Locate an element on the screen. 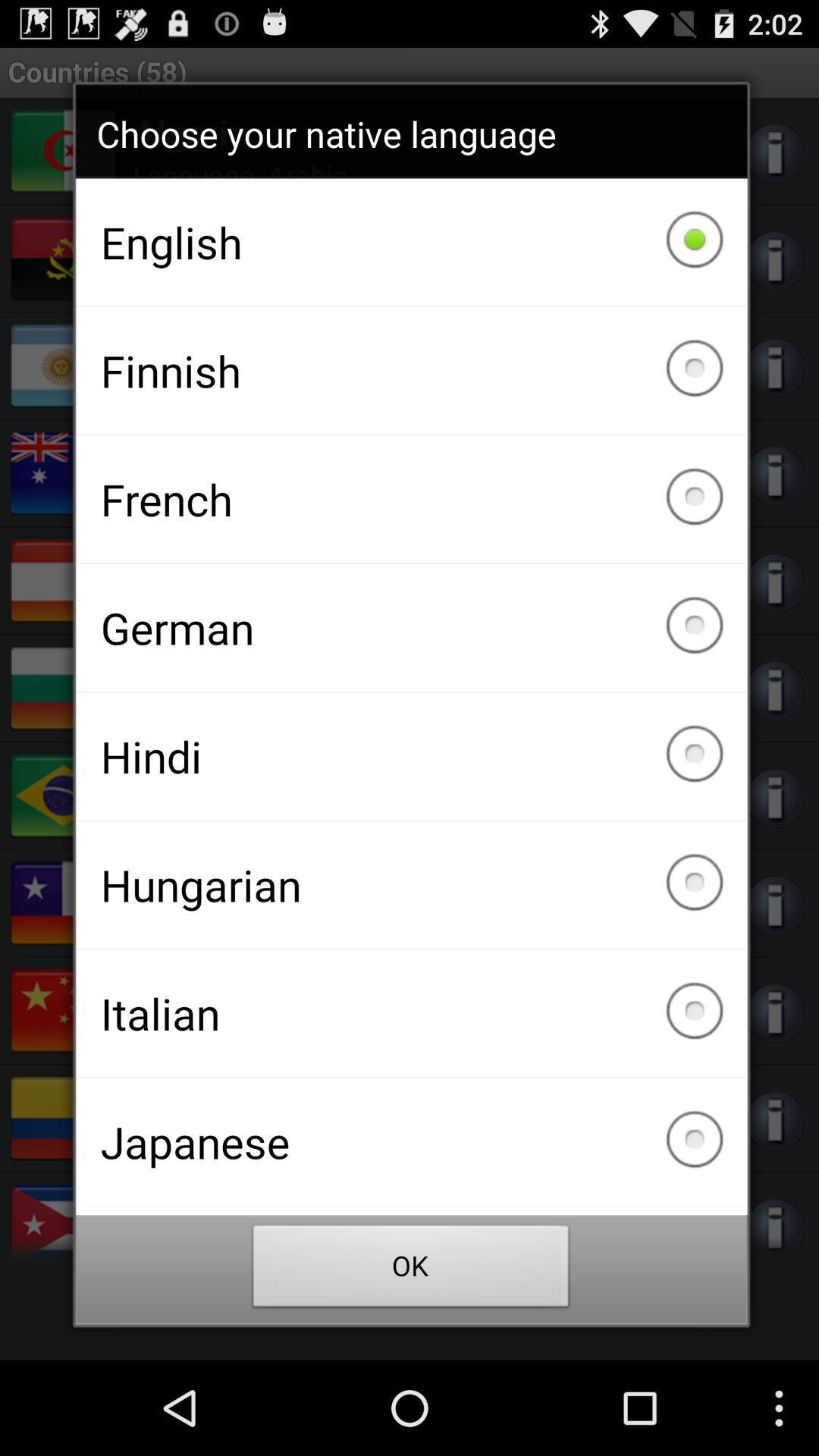  item below the korean item is located at coordinates (411, 1270).